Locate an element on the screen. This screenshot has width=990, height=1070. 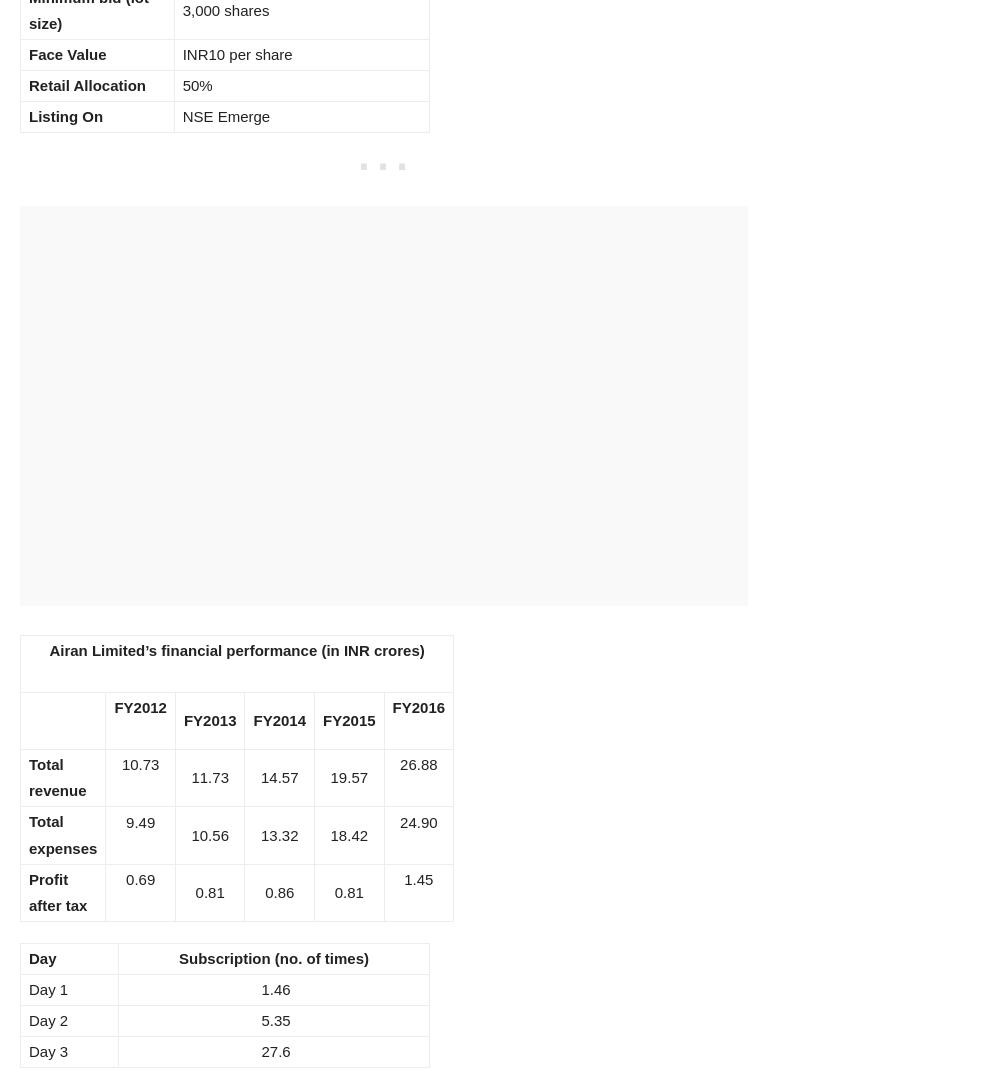
'27.6' is located at coordinates (257, 1051).